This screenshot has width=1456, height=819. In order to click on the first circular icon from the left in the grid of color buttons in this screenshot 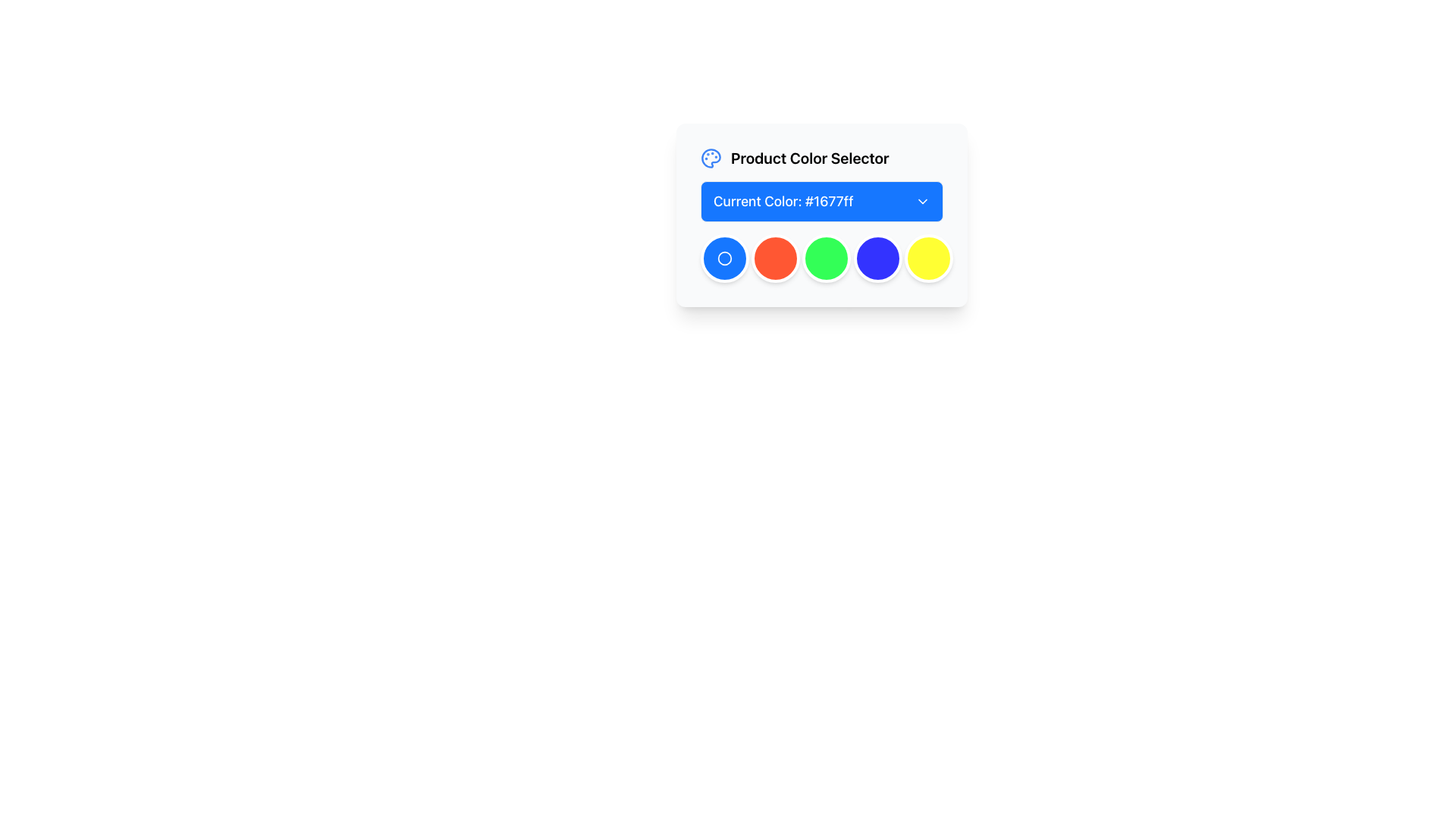, I will do `click(723, 257)`.